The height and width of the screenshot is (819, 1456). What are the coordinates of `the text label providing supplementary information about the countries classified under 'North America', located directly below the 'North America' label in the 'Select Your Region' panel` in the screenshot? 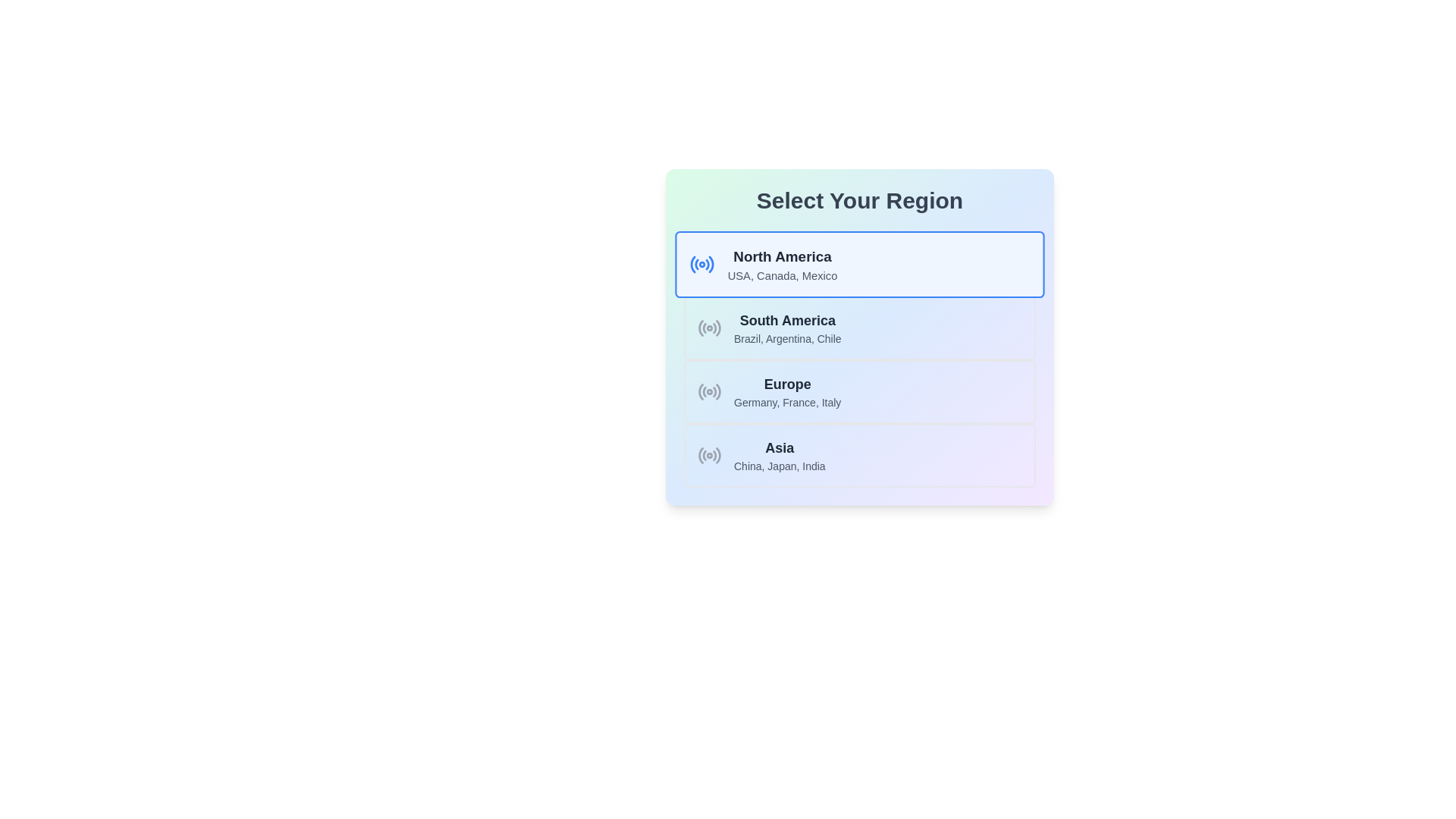 It's located at (783, 275).